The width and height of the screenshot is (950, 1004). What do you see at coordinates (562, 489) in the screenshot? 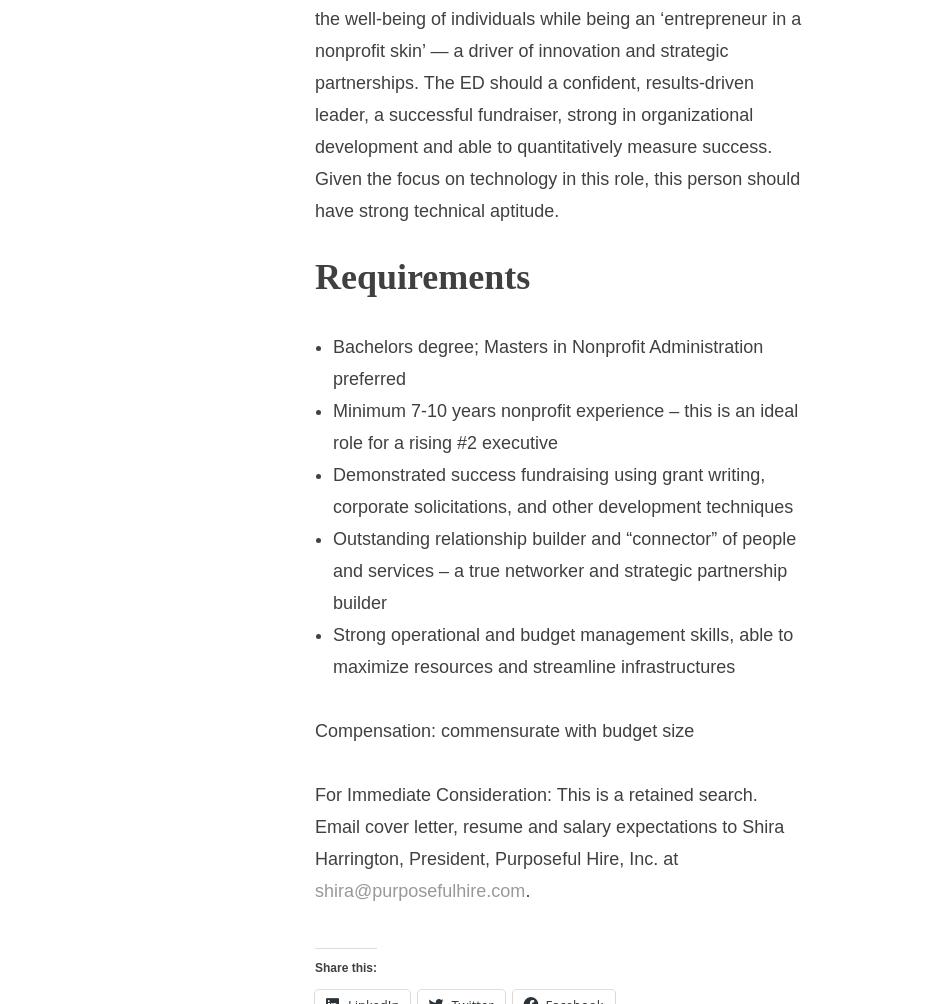
I see `'Demonstrated success fundraising using grant writing, corporate solicitations, and other development techniques'` at bounding box center [562, 489].